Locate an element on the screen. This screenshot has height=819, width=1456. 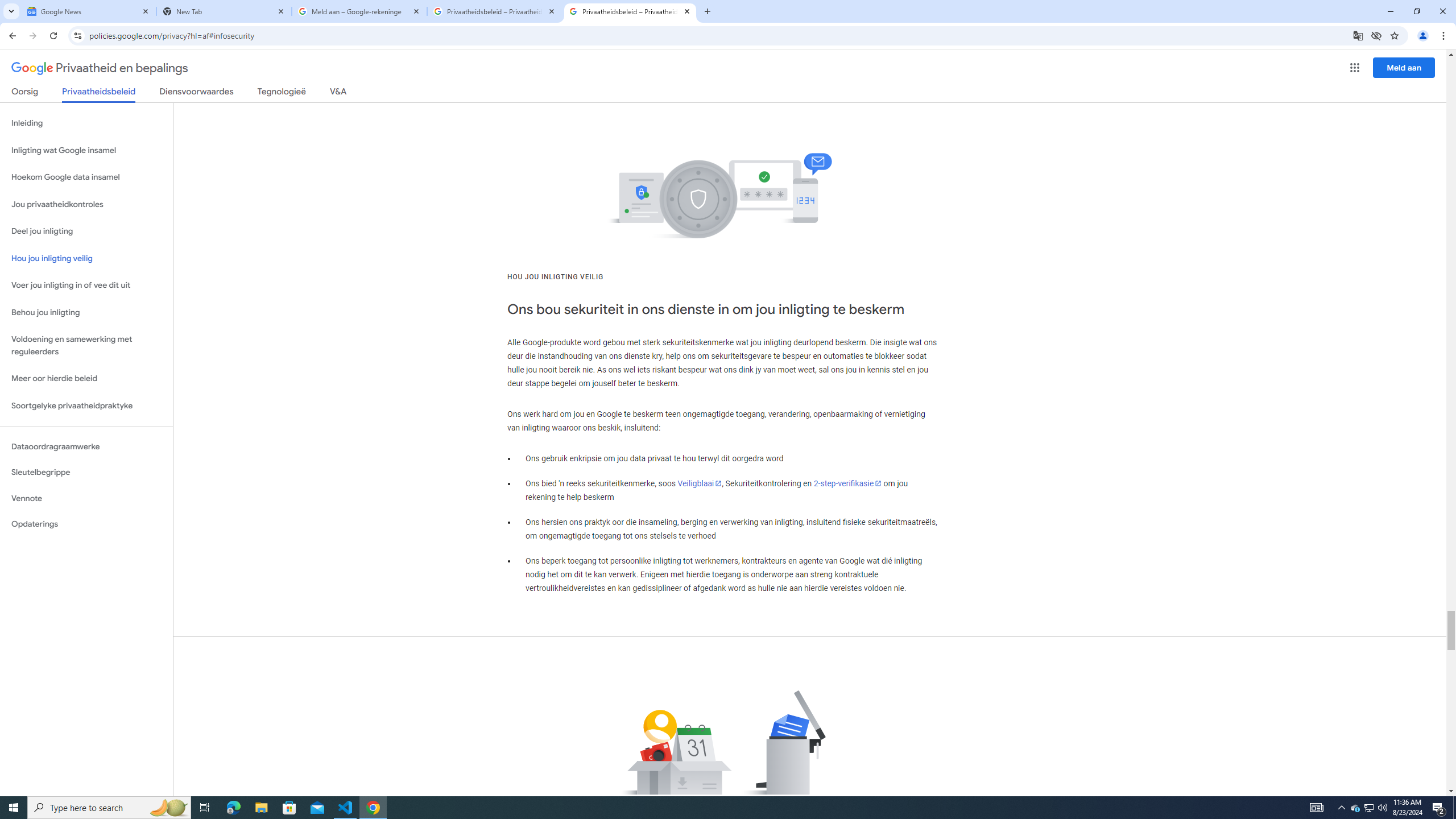
'Privaatheid en bepalings' is located at coordinates (100, 68).